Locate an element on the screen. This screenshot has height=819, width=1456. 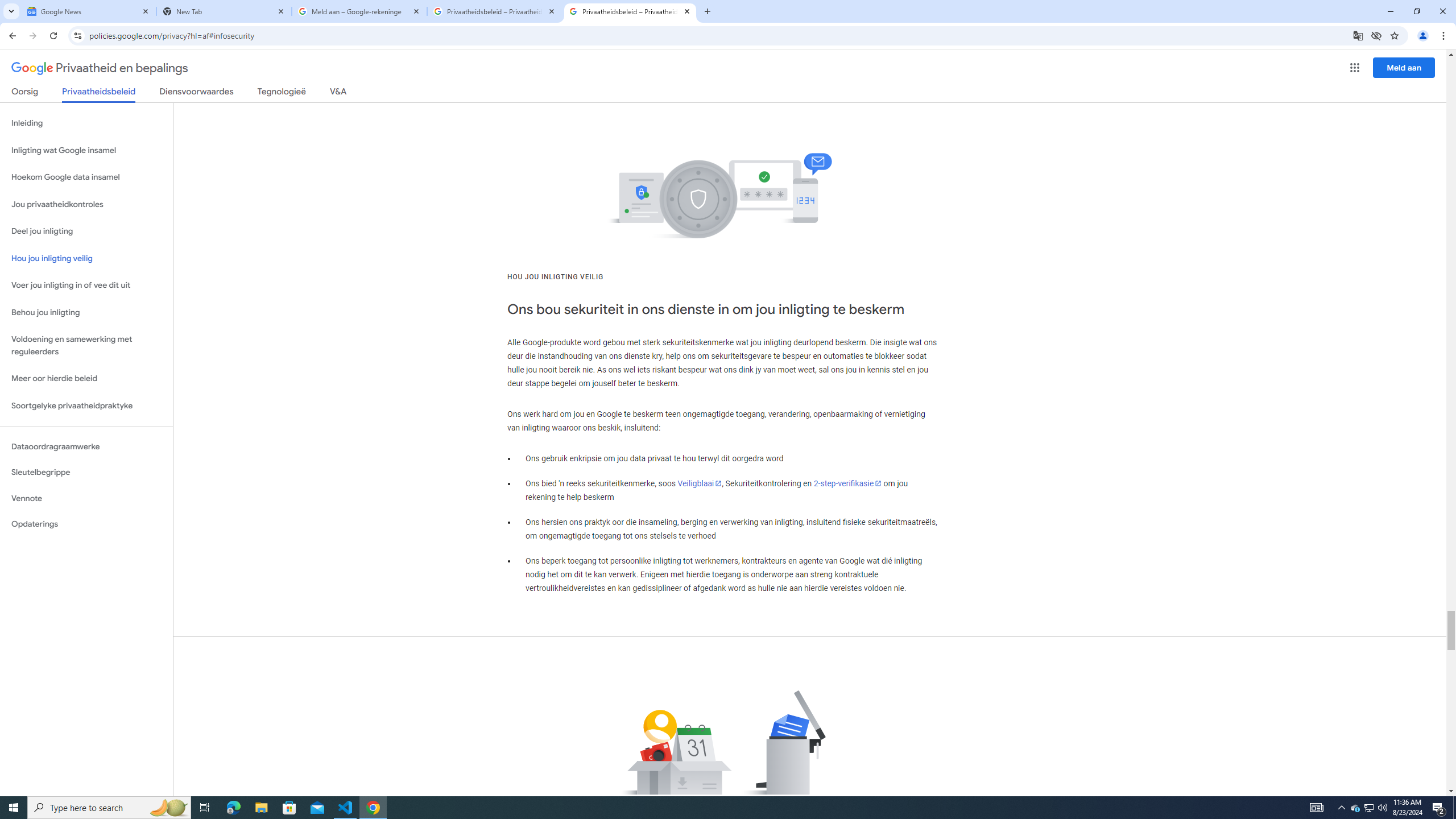
'Privaatheid en bepalings' is located at coordinates (100, 68).